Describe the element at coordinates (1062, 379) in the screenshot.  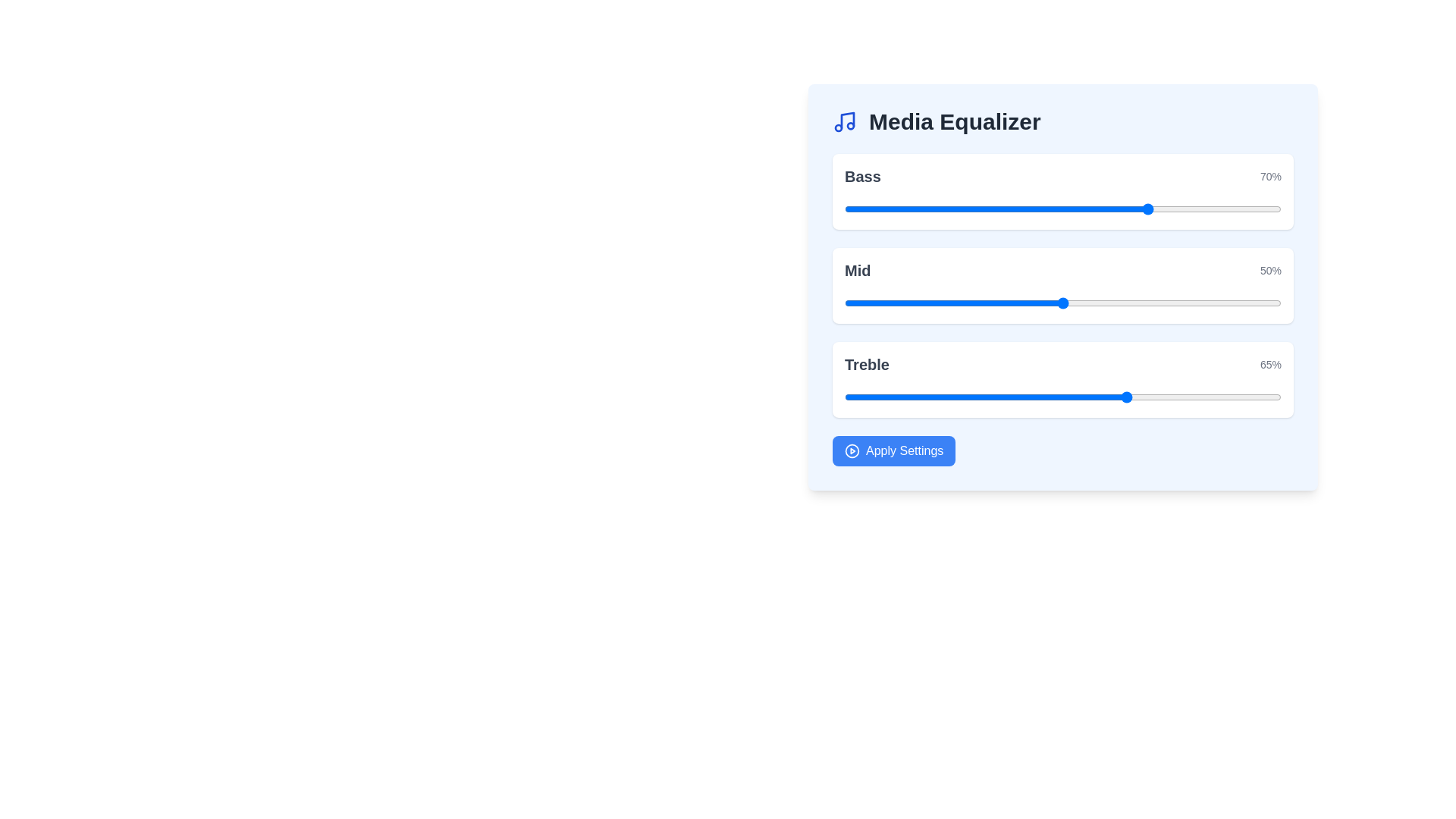
I see `or drag the blue knob of the horizontal slider labeled 'Treble' in the 'Media Equalizer' panel, which represents a value of 65%` at that location.